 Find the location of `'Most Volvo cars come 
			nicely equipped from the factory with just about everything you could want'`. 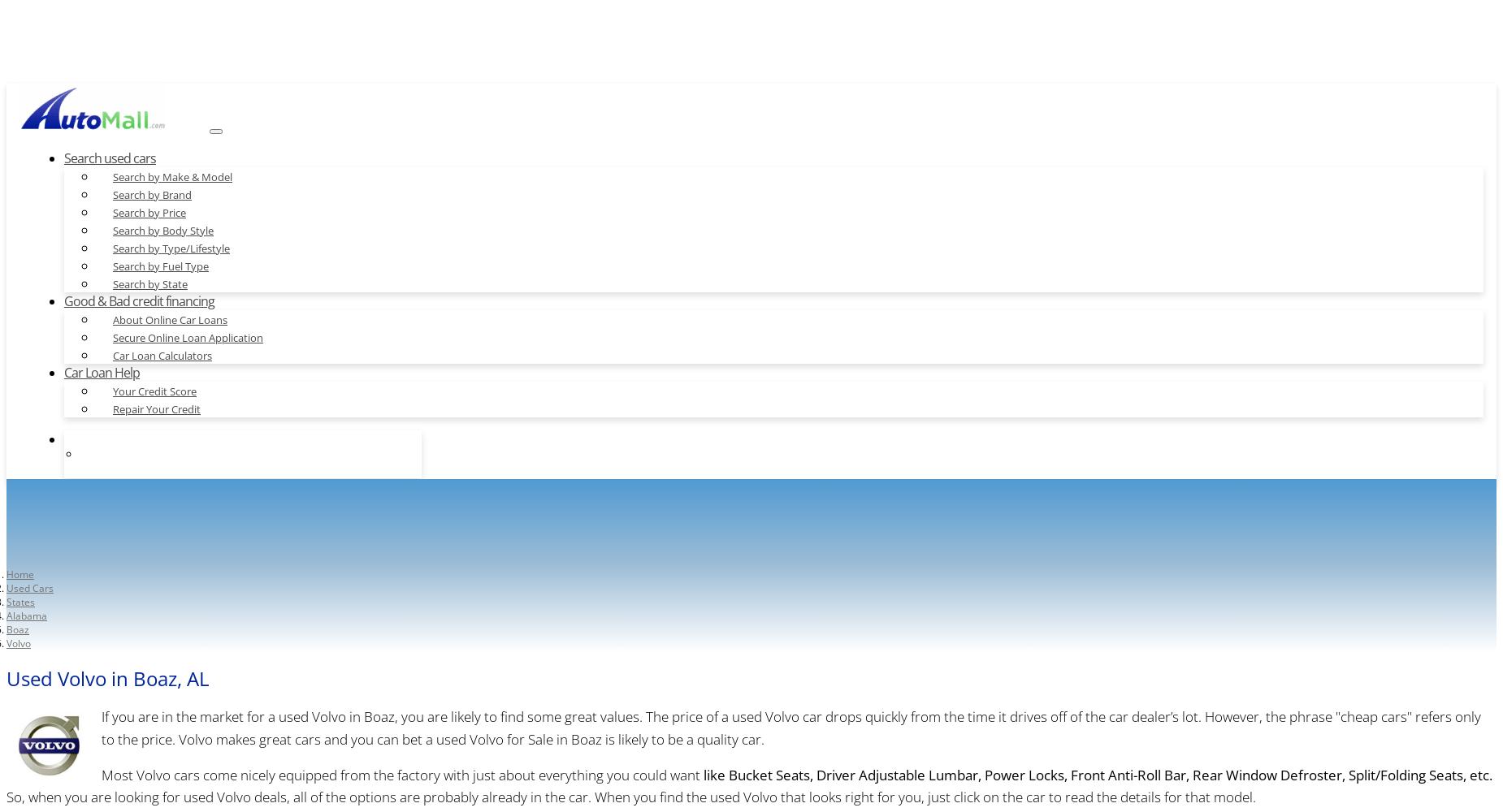

'Most Volvo cars come 
			nicely equipped from the factory with just about everything you could want' is located at coordinates (401, 774).